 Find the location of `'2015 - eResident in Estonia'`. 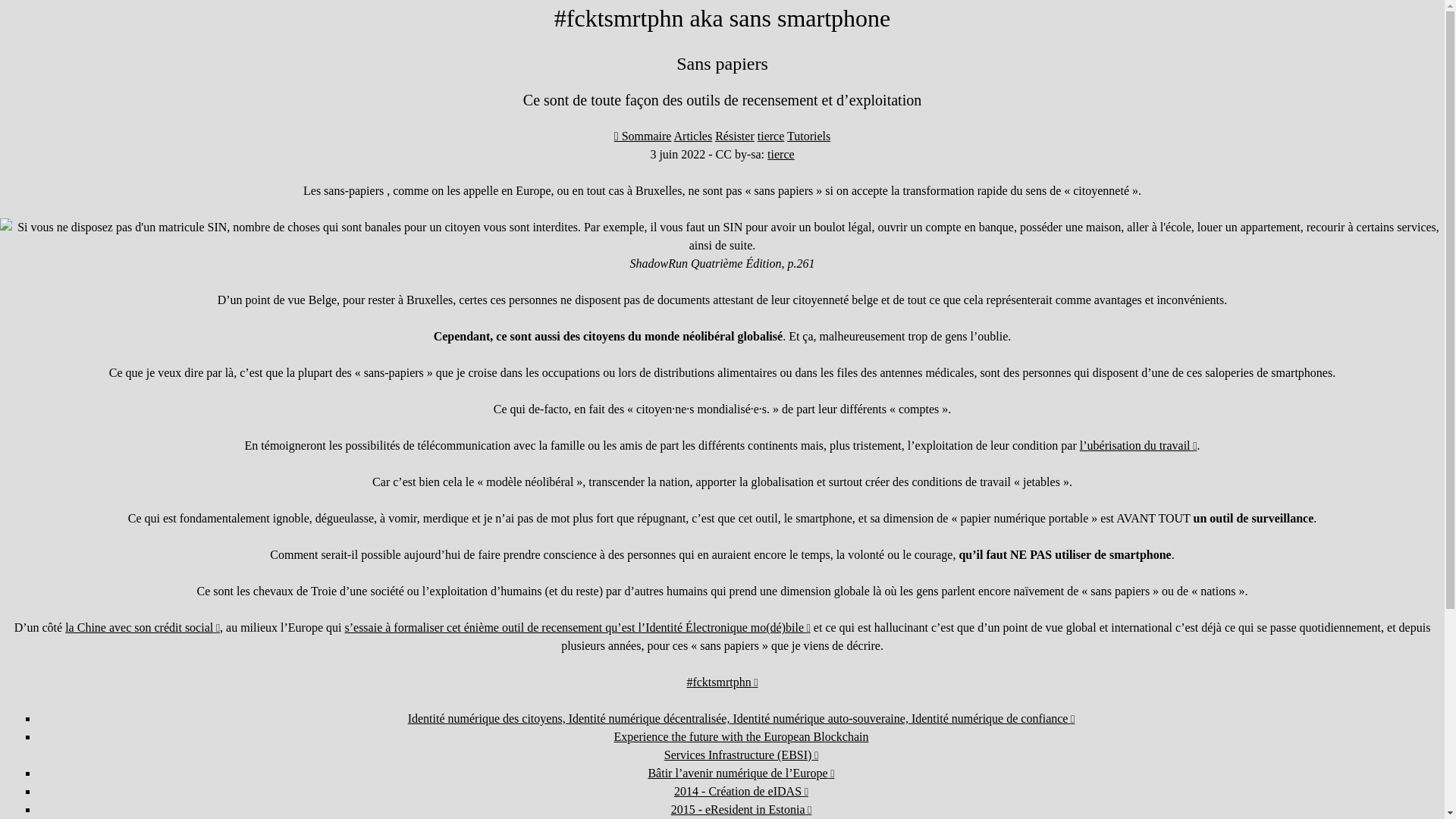

'2015 - eResident in Estonia' is located at coordinates (670, 808).